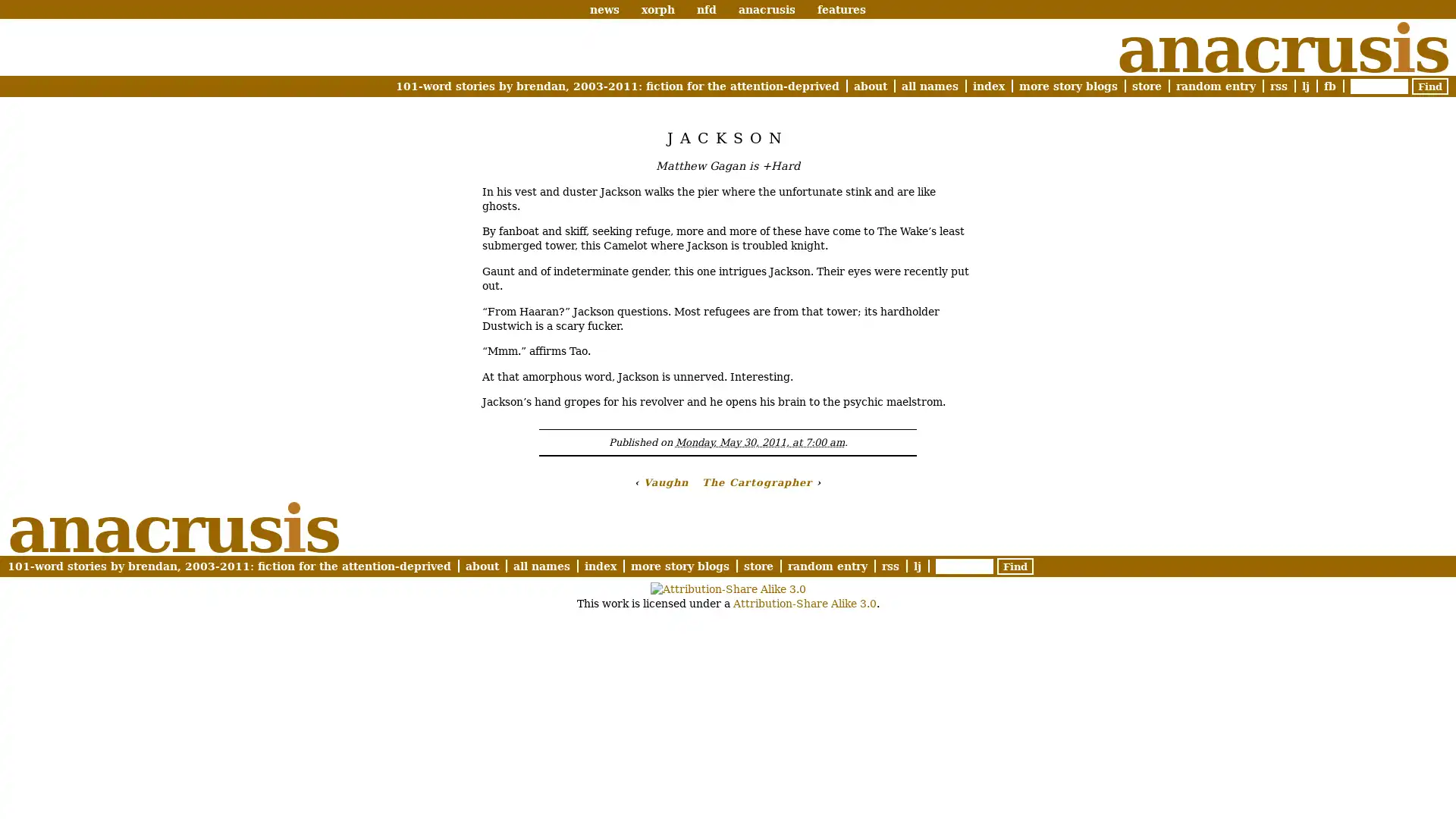 Image resolution: width=1456 pixels, height=819 pixels. I want to click on Find, so click(1015, 565).